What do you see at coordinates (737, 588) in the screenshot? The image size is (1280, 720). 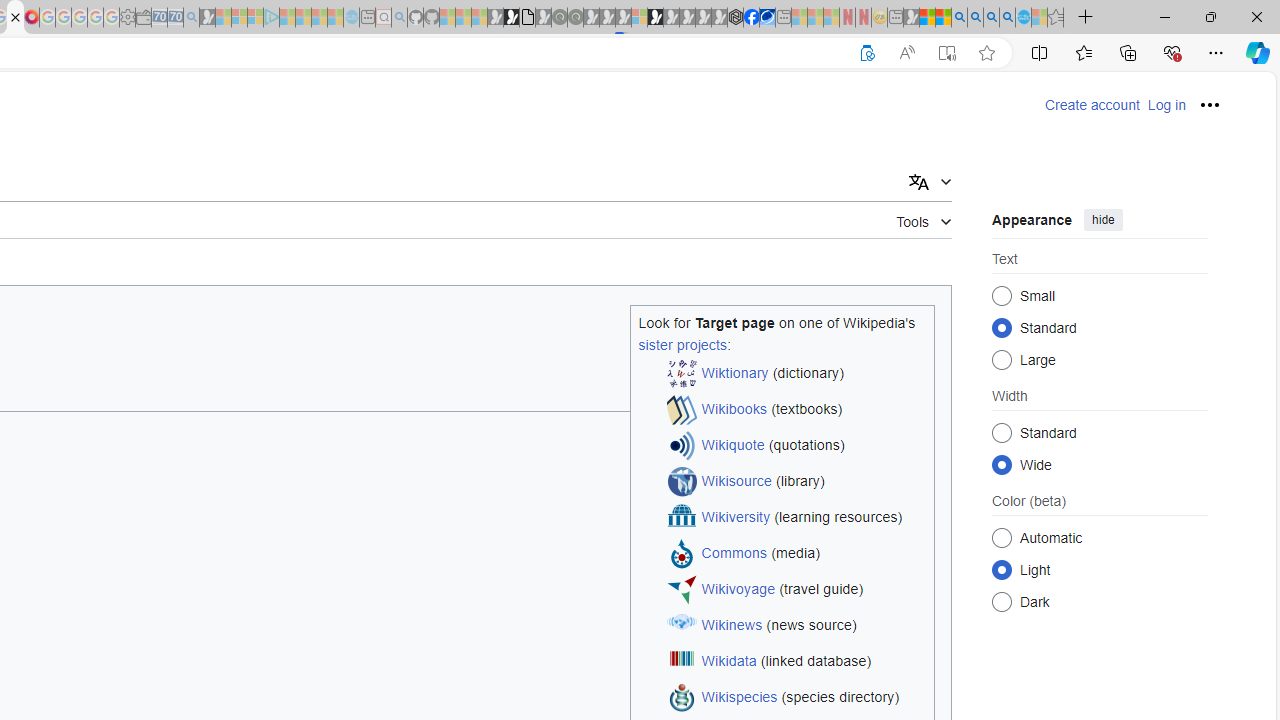 I see `'Wikivoyage'` at bounding box center [737, 588].